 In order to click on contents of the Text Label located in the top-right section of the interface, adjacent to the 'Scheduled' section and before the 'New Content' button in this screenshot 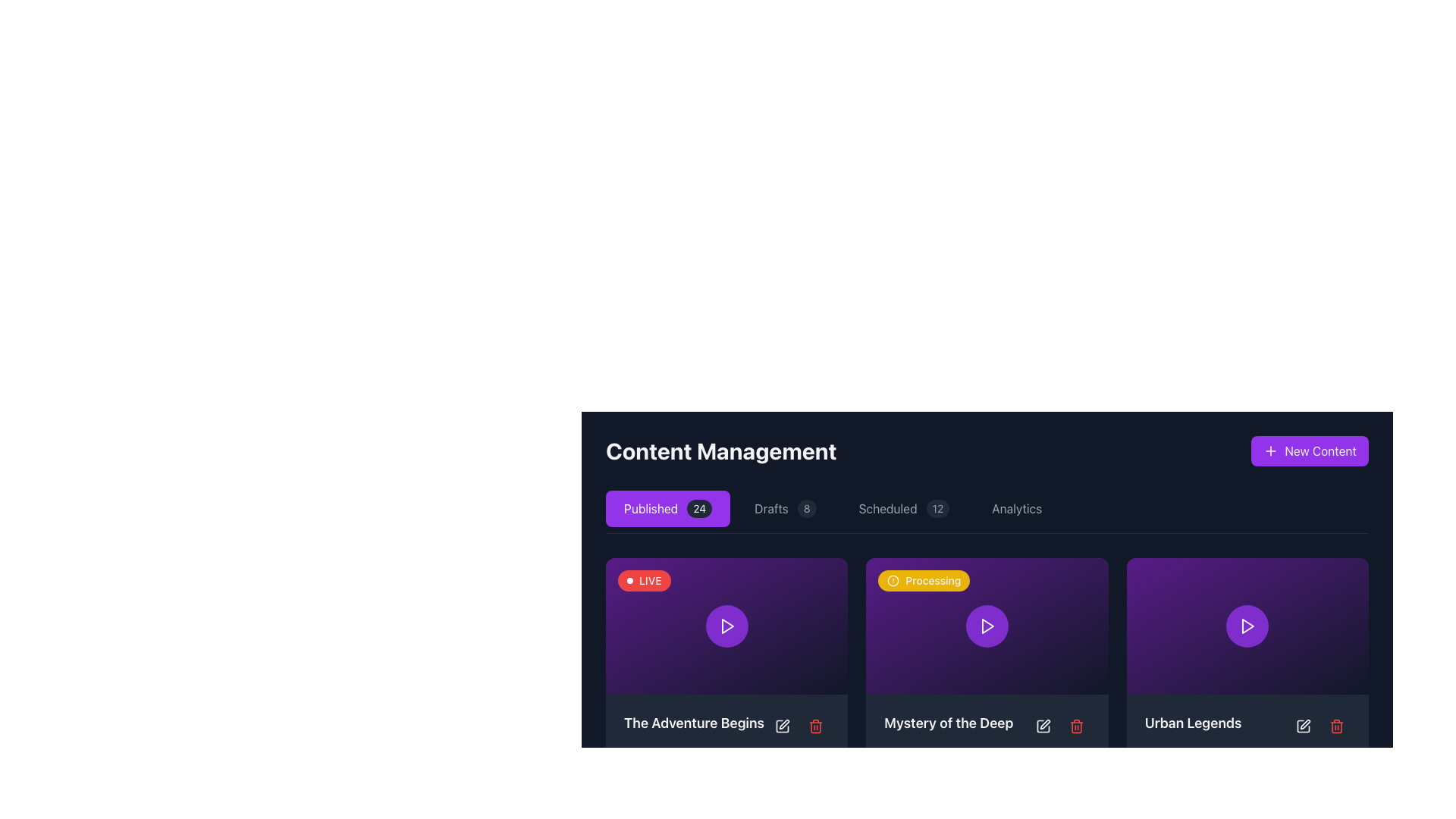, I will do `click(1017, 509)`.